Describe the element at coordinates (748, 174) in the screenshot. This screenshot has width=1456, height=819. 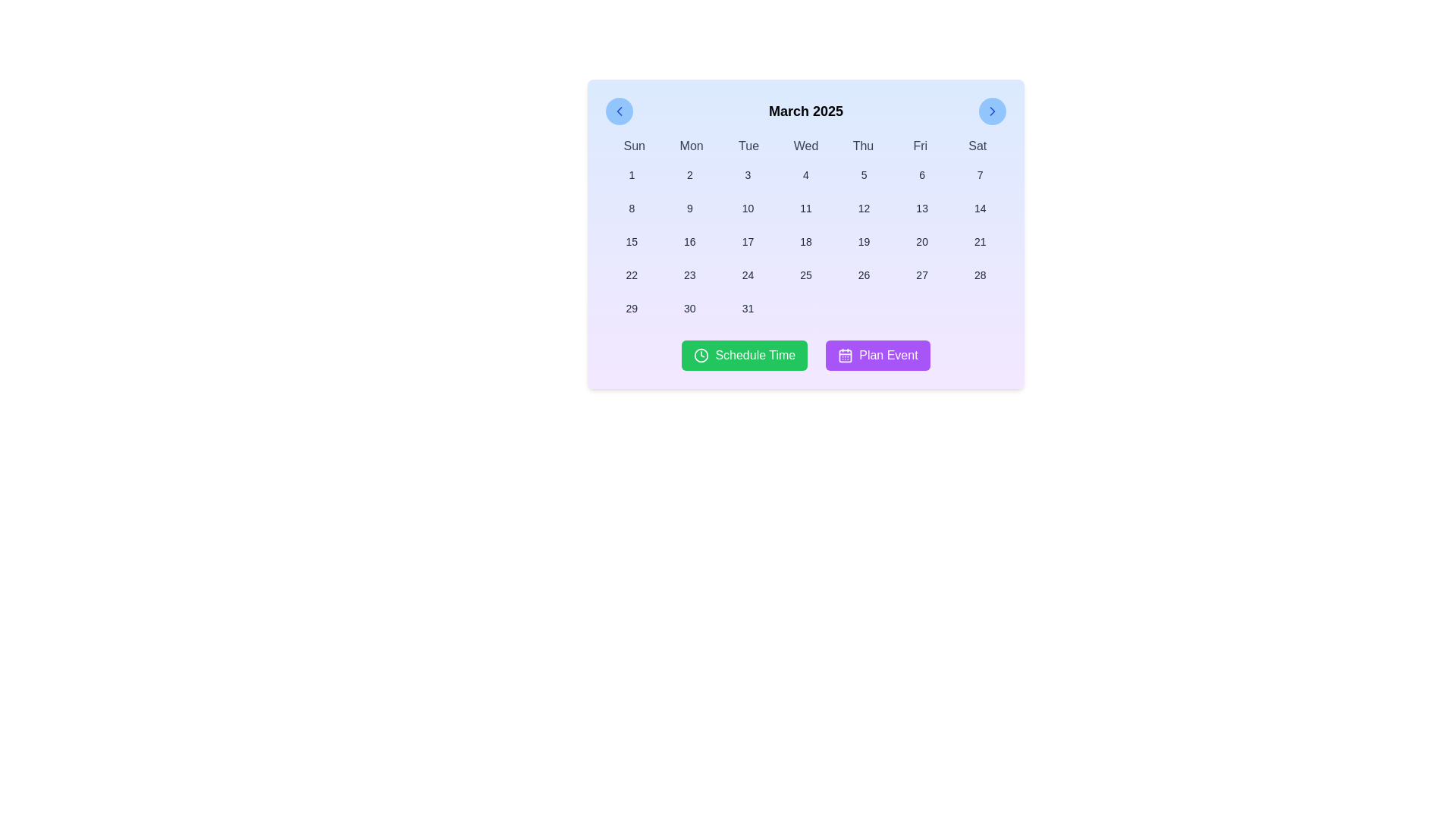
I see `the day selector button for Tuesday the 3rd in the calendar interface` at that location.